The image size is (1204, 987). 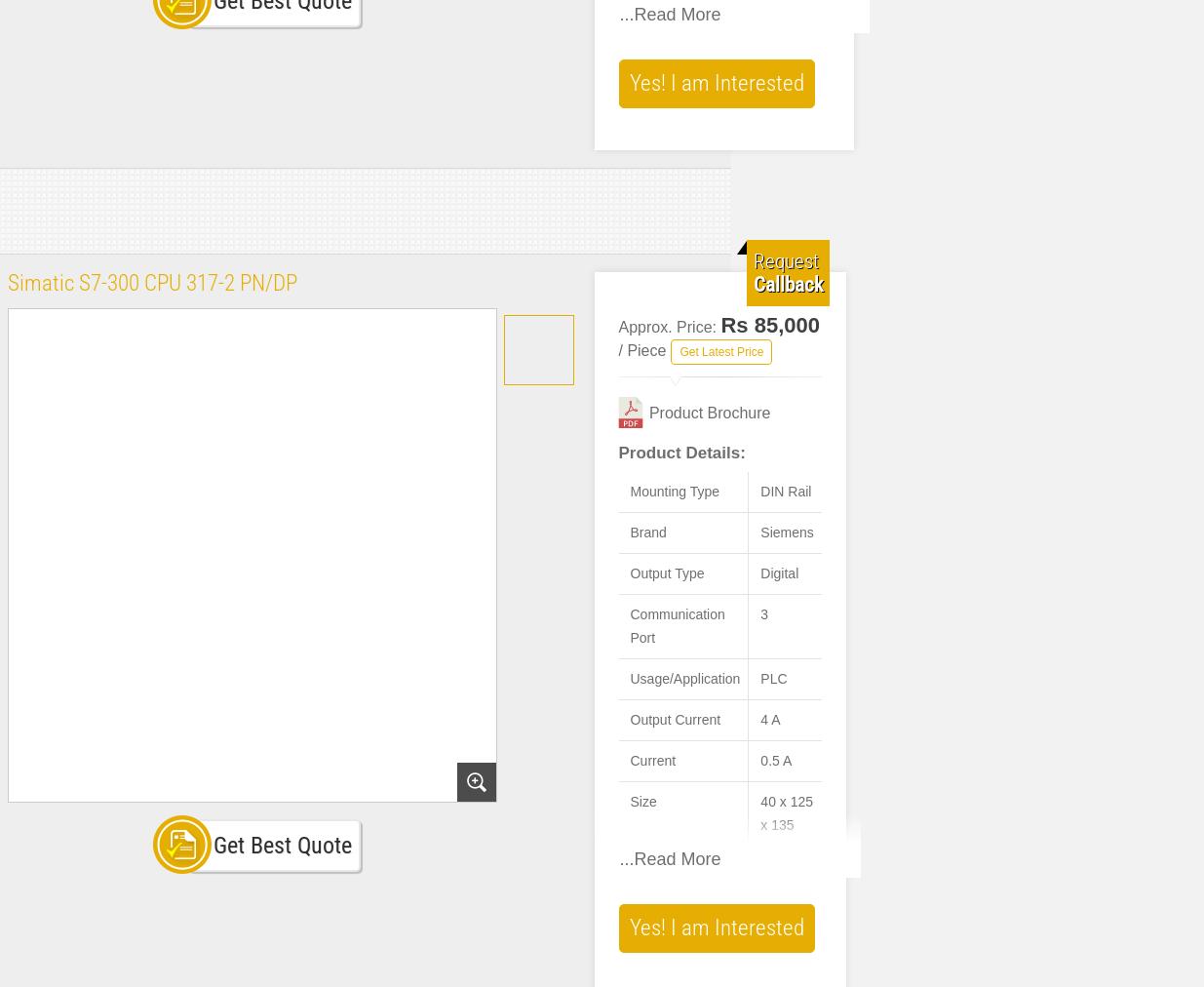 What do you see at coordinates (150, 282) in the screenshot?
I see `'Simatic S7-300 CPU 317-2 PN/DP'` at bounding box center [150, 282].